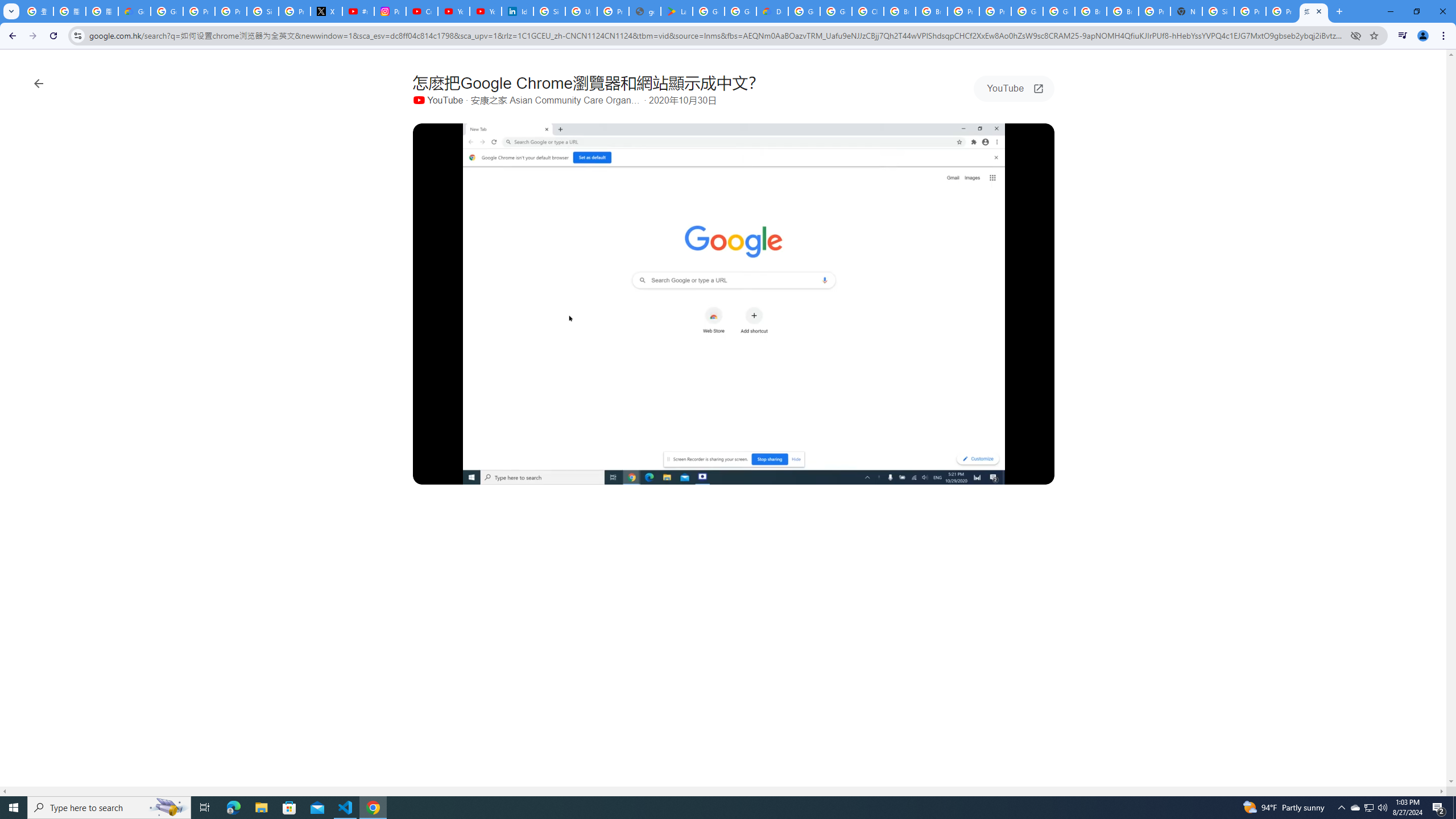 The width and height of the screenshot is (1456, 819). What do you see at coordinates (432, 473) in the screenshot?
I see `'Play (k)'` at bounding box center [432, 473].